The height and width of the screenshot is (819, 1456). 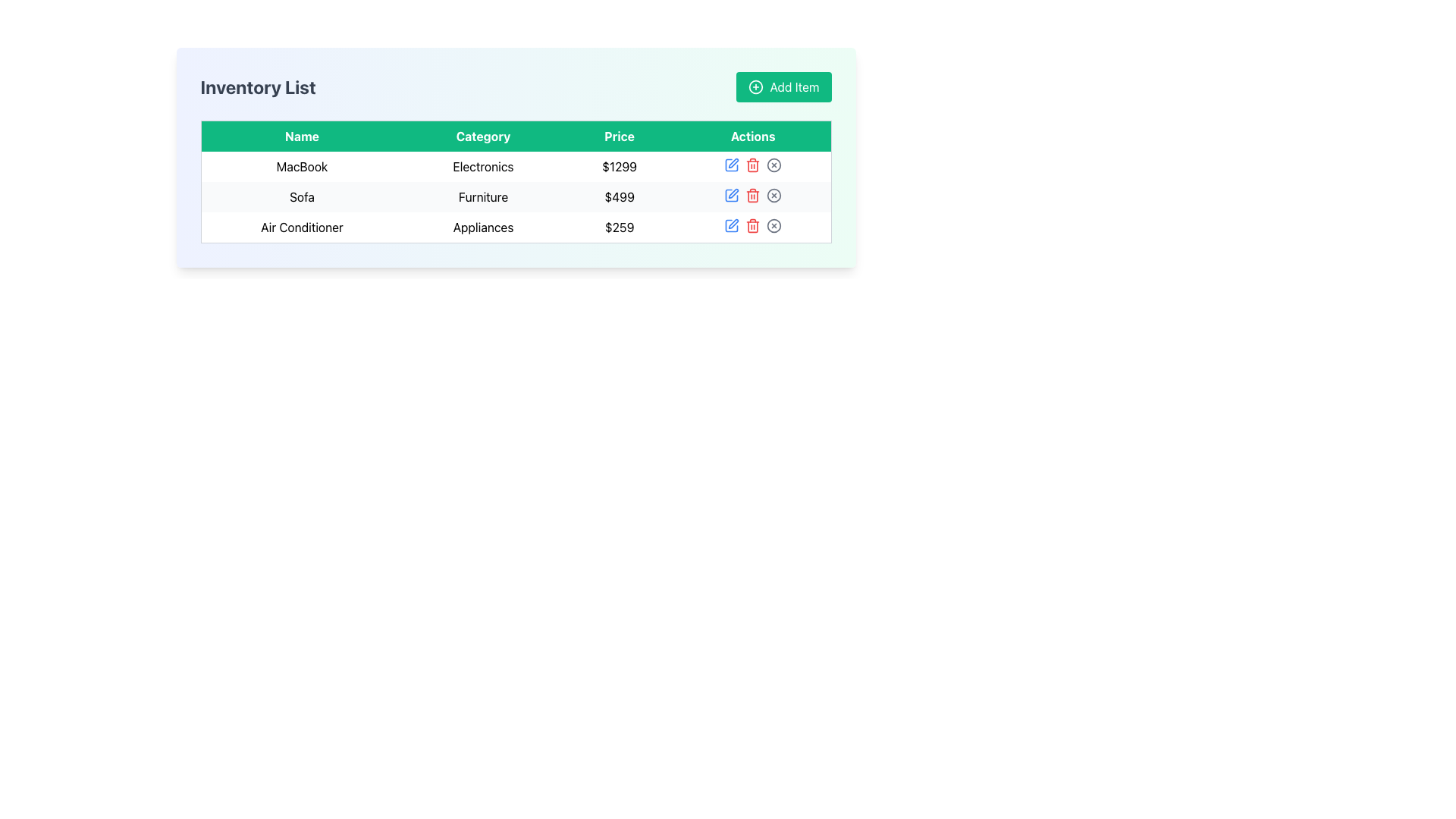 What do you see at coordinates (482, 135) in the screenshot?
I see `the green rectangular label containing the text 'Category' in white bold font, positioned in the second column of the table's header row, between 'Name' and 'Price'` at bounding box center [482, 135].